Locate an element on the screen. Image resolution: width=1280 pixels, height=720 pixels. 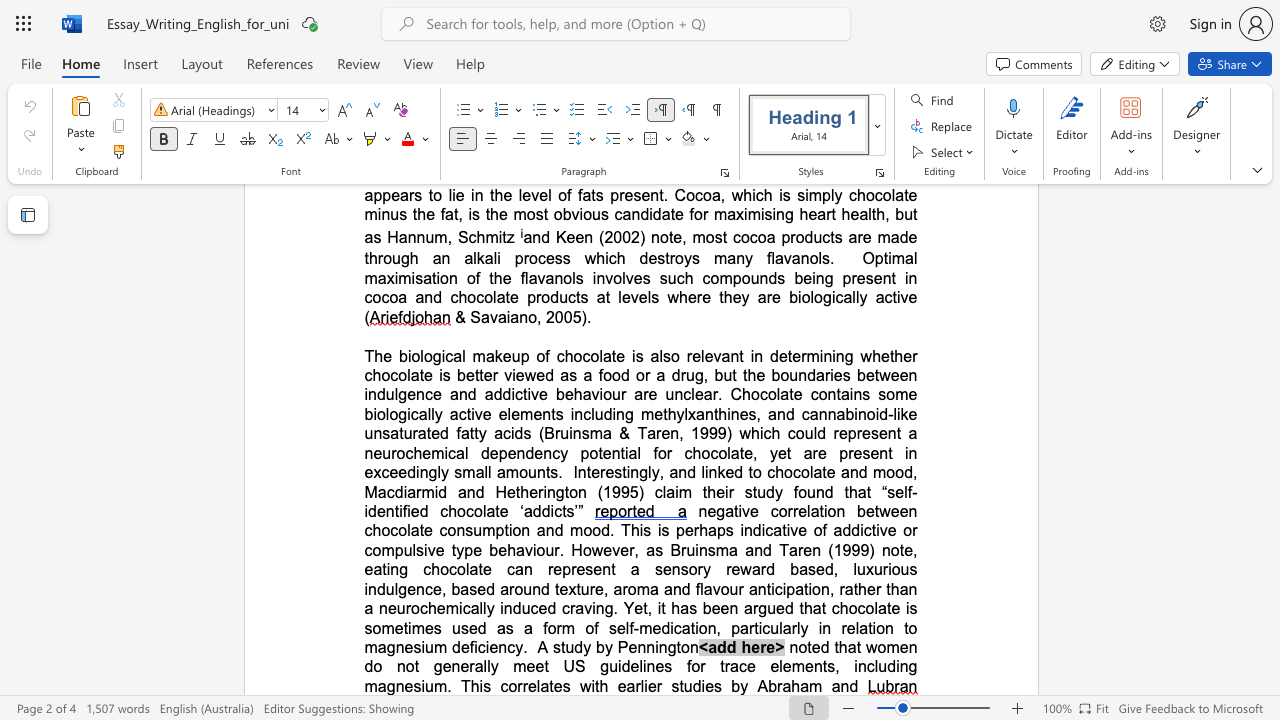
the subset text "by Abraham and" within the text "US guidelines for trace elements, including magnesium. This correlates with earlier studies by Abraham and" is located at coordinates (730, 685).